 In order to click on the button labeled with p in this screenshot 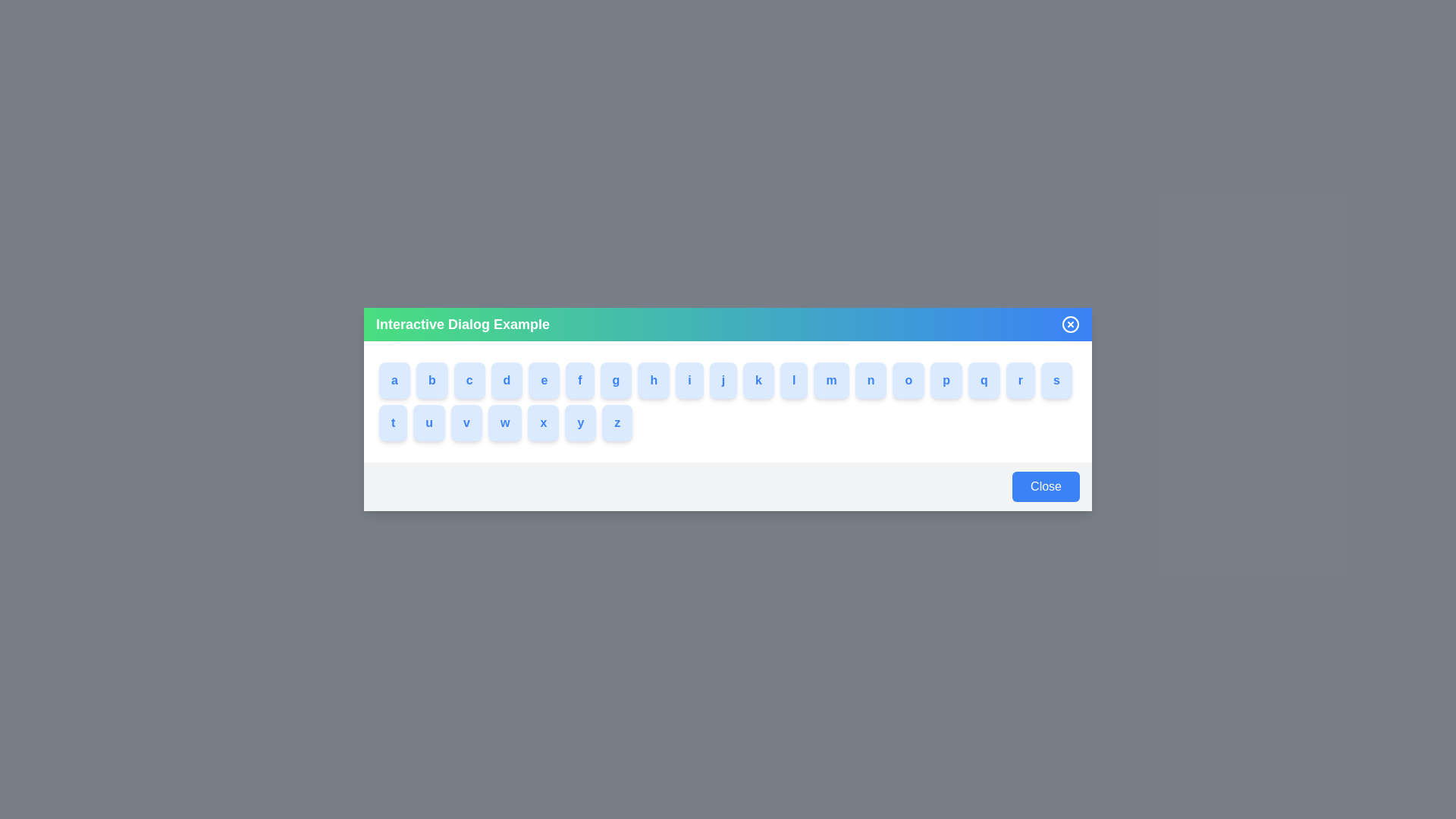, I will do `click(962, 379)`.